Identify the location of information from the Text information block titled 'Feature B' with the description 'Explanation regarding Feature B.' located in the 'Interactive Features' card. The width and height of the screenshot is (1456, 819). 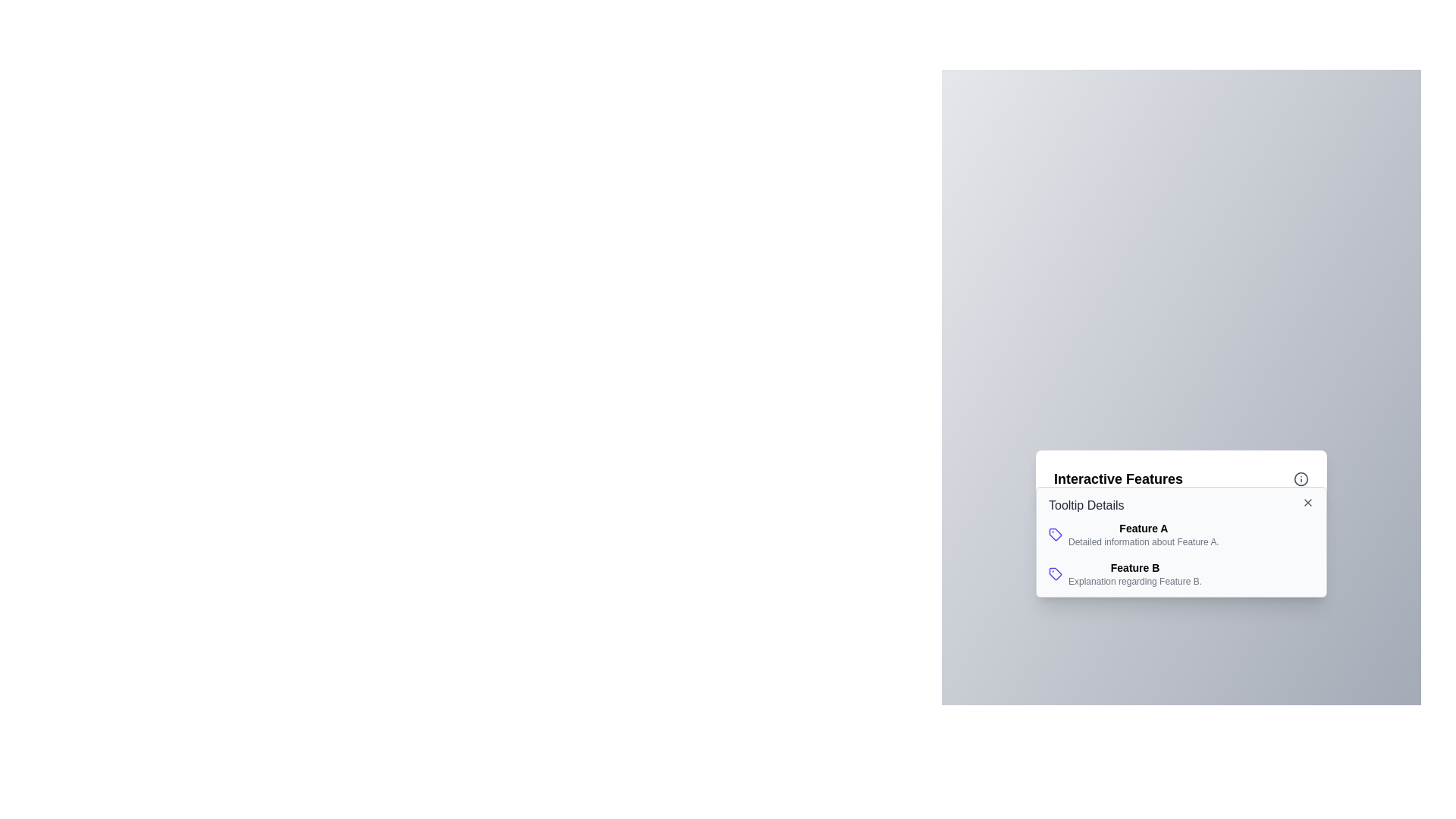
(1135, 573).